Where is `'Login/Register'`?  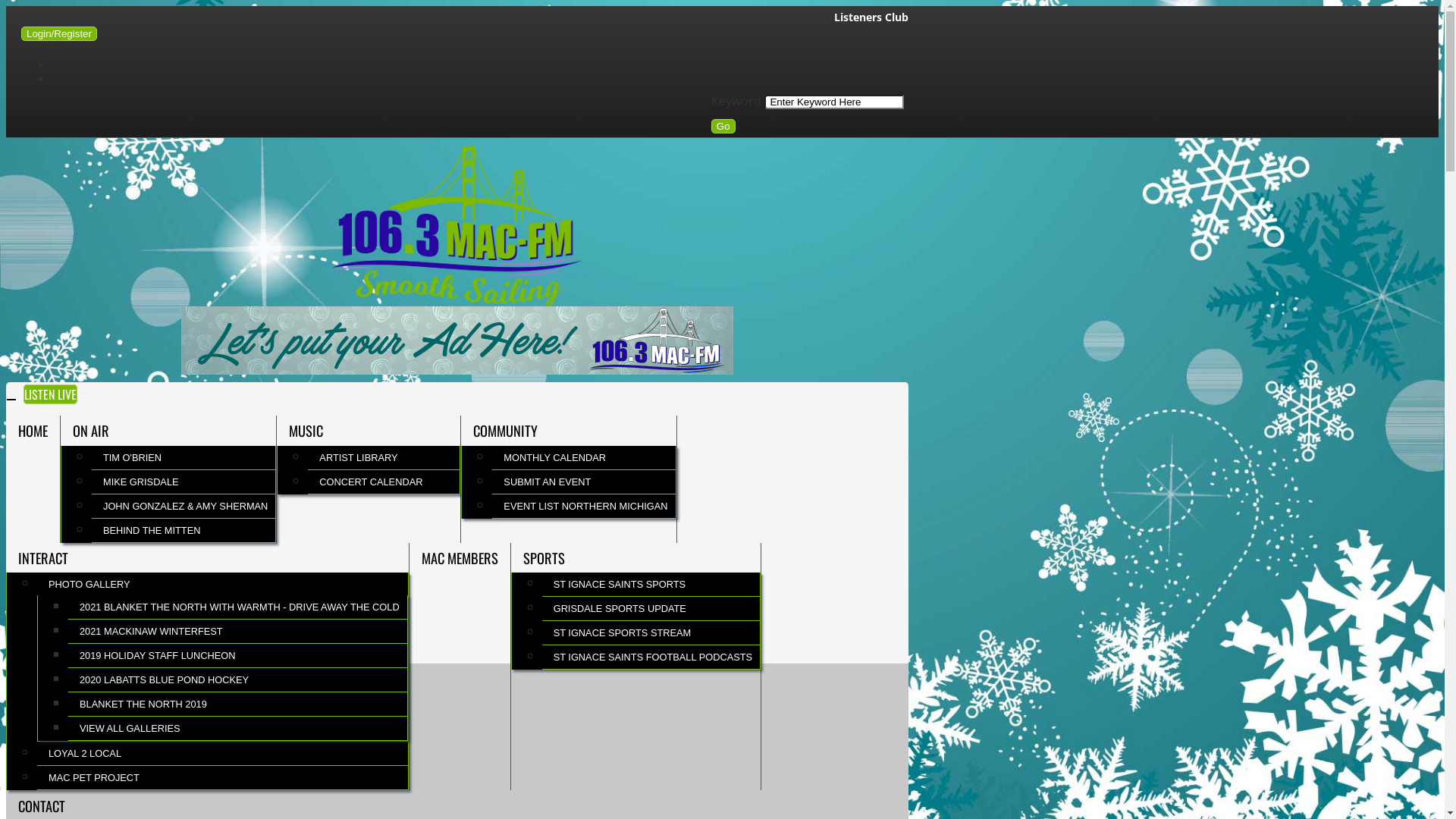 'Login/Register' is located at coordinates (58, 33).